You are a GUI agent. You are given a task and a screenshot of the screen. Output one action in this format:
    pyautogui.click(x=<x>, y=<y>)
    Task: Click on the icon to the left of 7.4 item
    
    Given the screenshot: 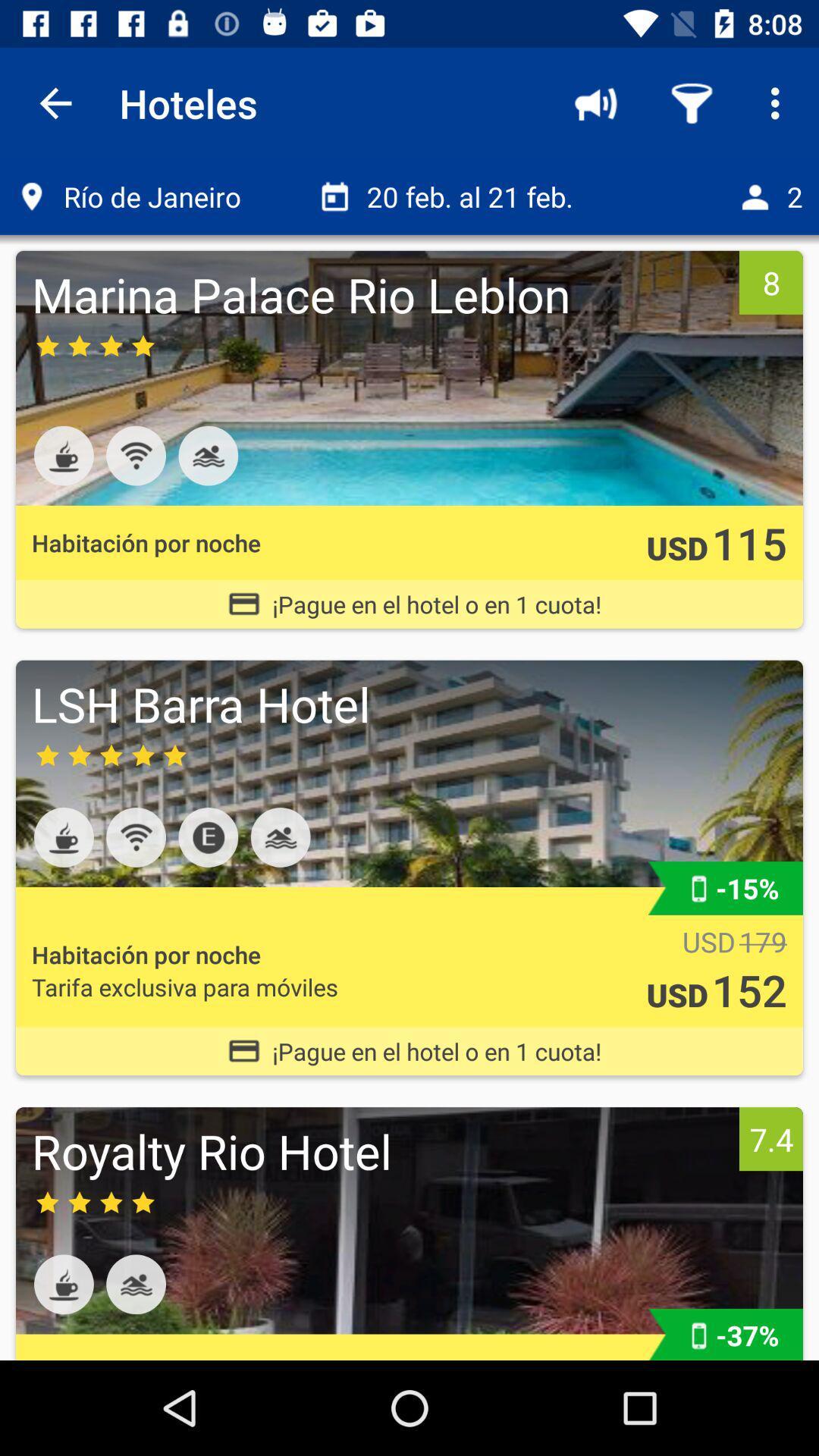 What is the action you would take?
    pyautogui.click(x=381, y=1150)
    